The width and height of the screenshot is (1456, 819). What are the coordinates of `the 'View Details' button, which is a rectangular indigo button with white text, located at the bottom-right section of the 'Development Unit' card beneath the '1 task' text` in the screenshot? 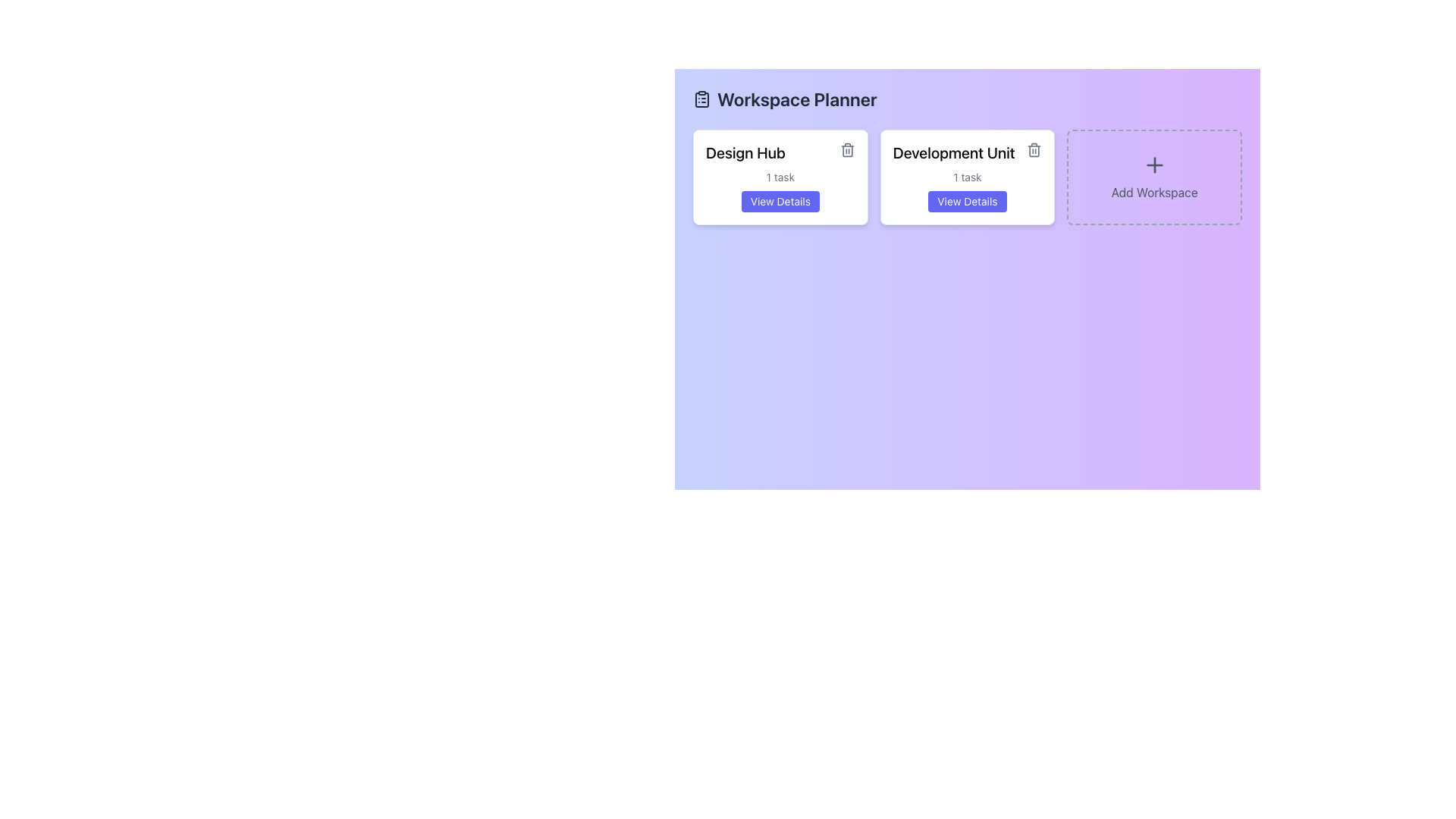 It's located at (967, 201).